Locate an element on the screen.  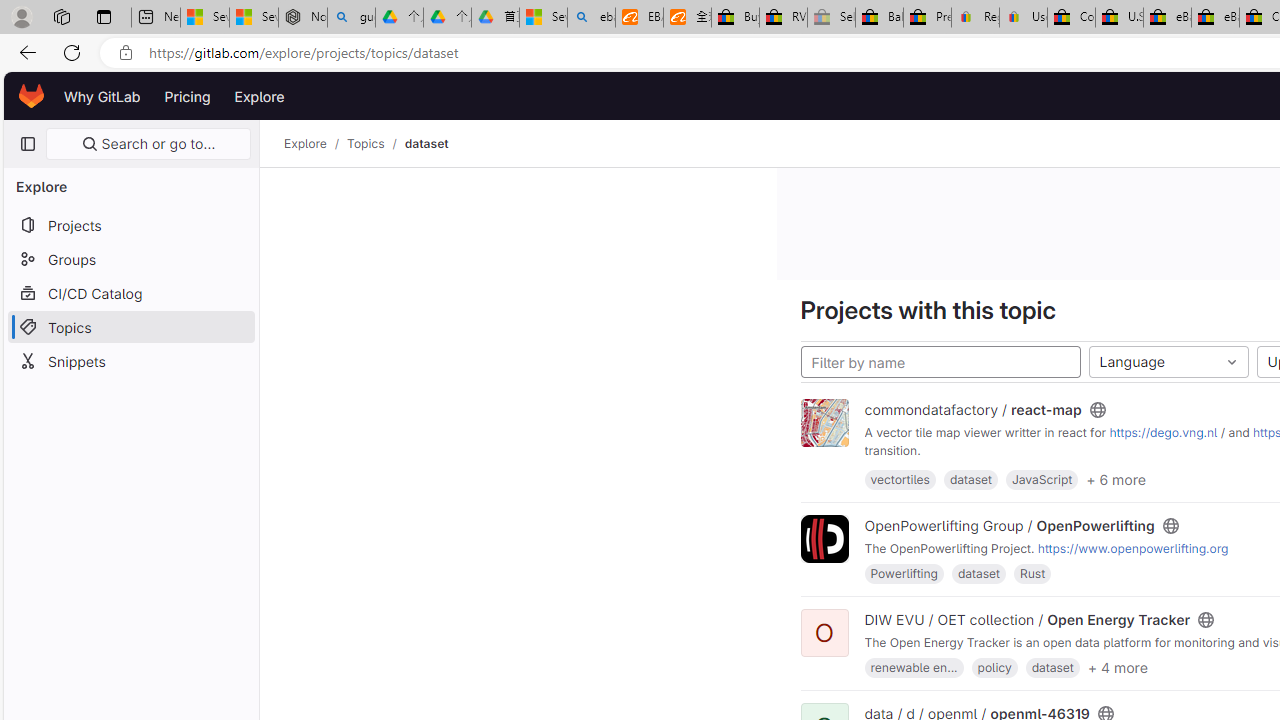
'renewable en...' is located at coordinates (912, 667).